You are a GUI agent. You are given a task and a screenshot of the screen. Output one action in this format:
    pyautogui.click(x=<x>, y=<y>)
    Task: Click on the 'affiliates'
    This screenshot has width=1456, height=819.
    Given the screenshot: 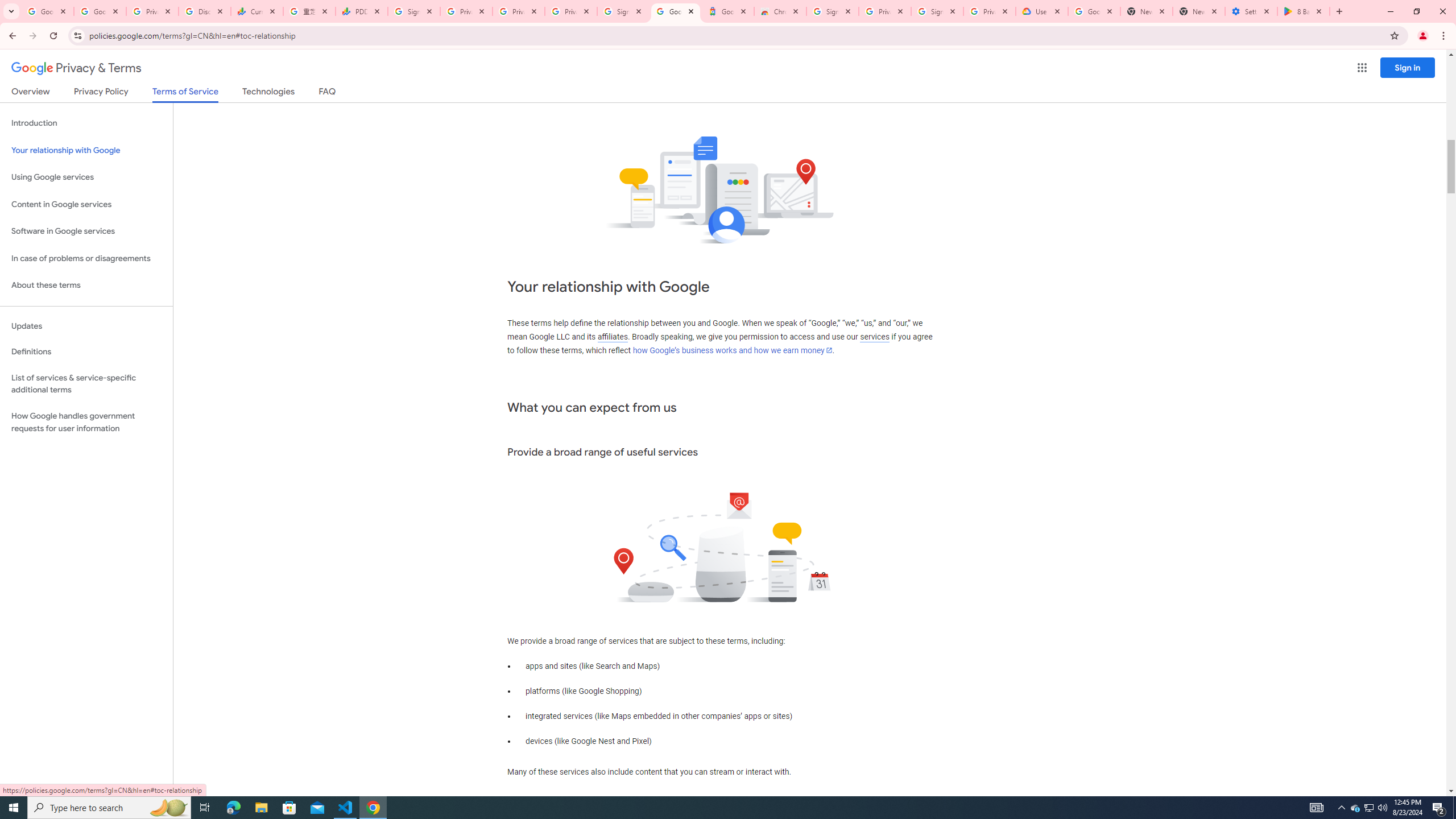 What is the action you would take?
    pyautogui.click(x=612, y=336)
    